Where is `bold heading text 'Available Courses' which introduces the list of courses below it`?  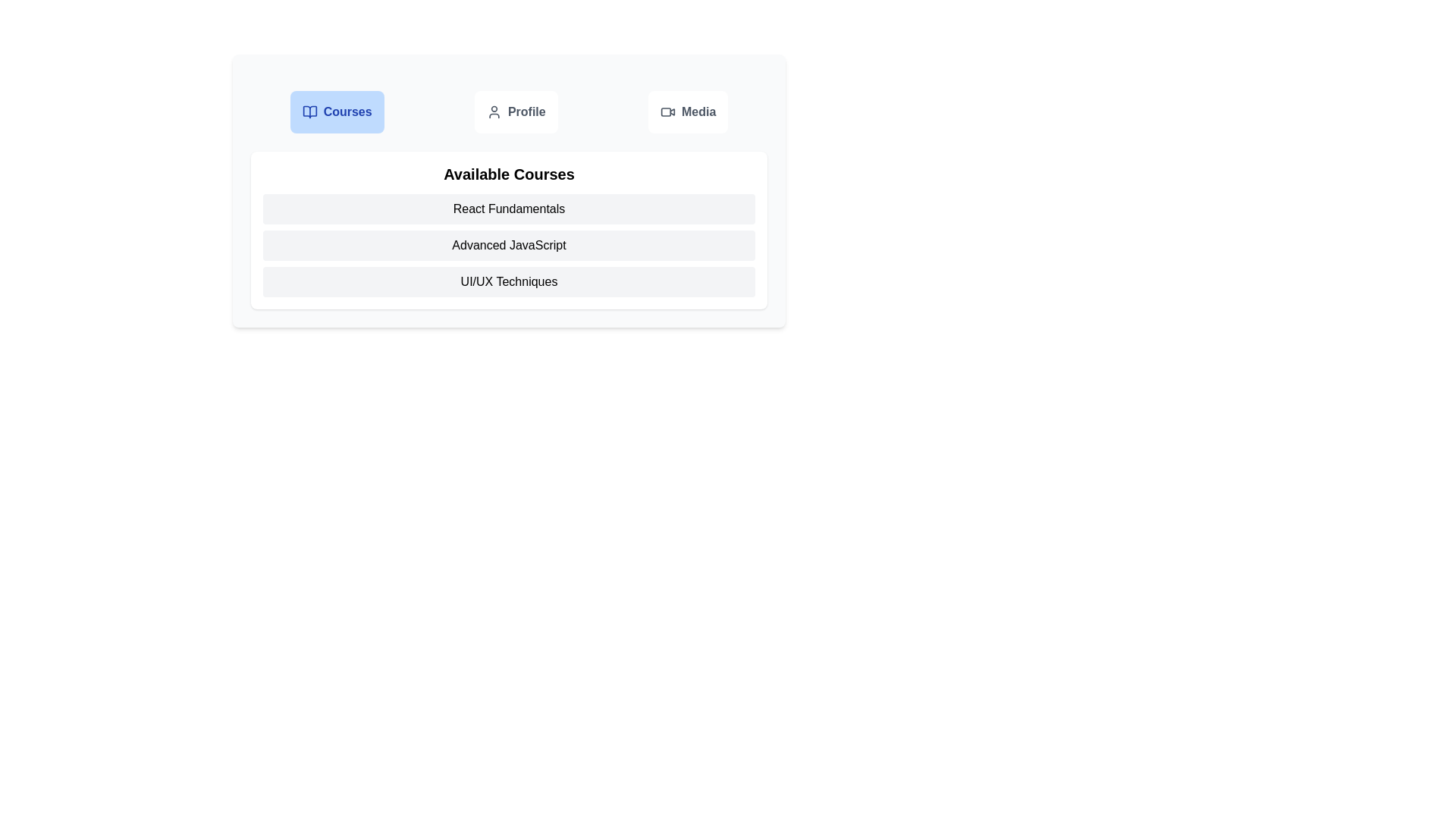 bold heading text 'Available Courses' which introduces the list of courses below it is located at coordinates (509, 174).